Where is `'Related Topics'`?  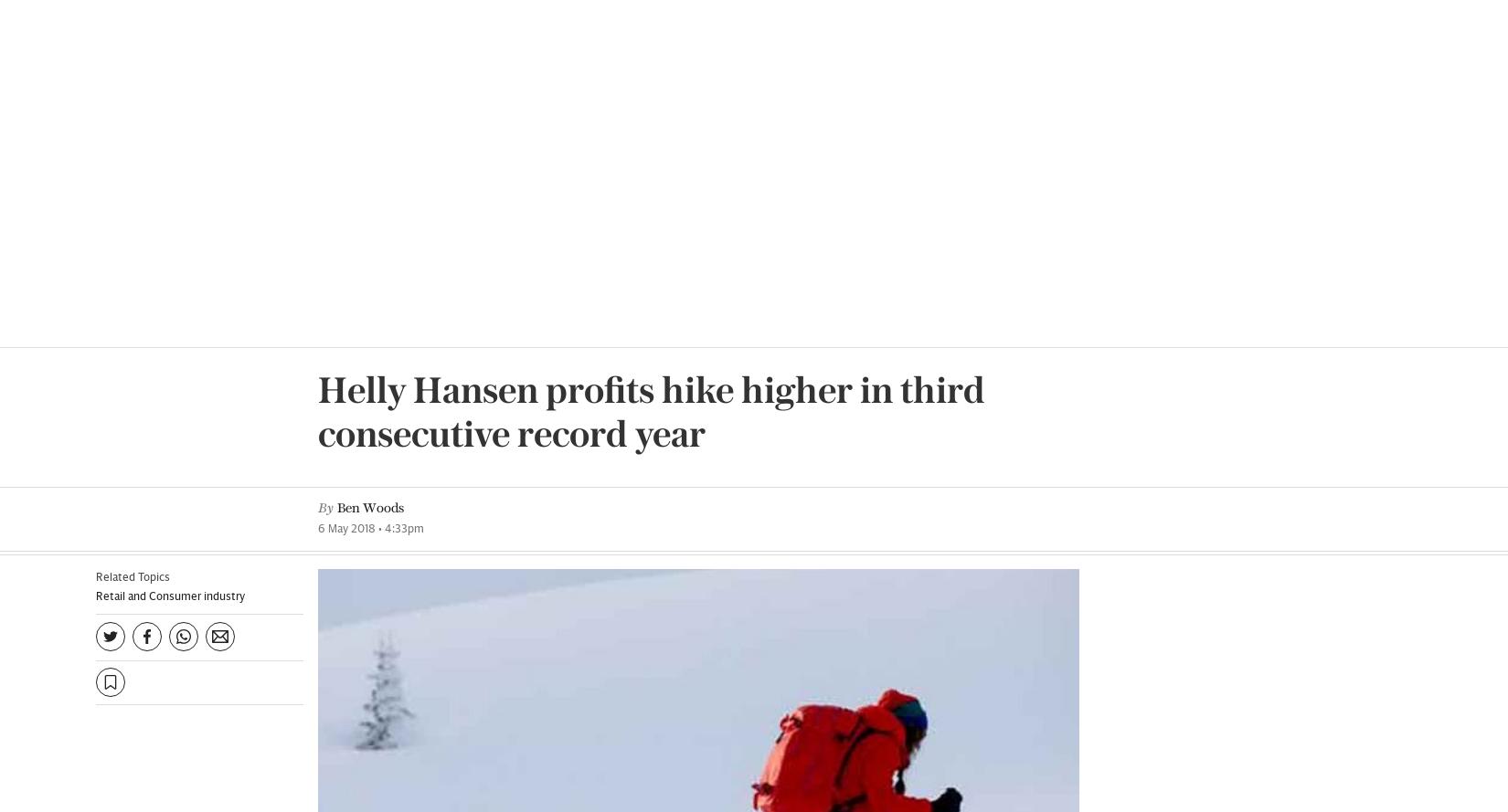 'Related Topics' is located at coordinates (133, 14).